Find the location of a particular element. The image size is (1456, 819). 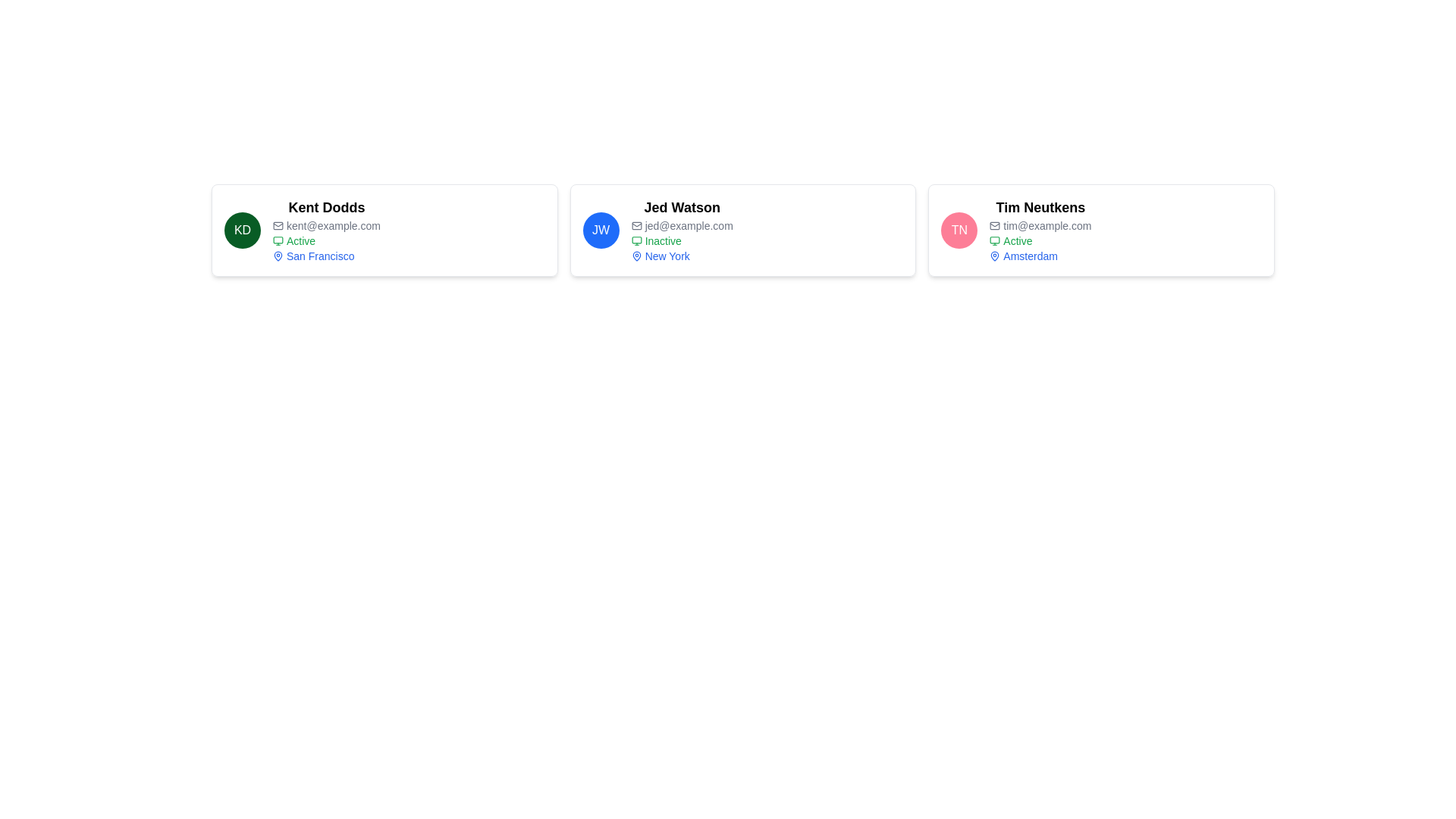

the label element displaying the location 'New York', which is located at the bottom of the card associated with 'Jed Watson' and 'jed@example.com' is located at coordinates (681, 256).